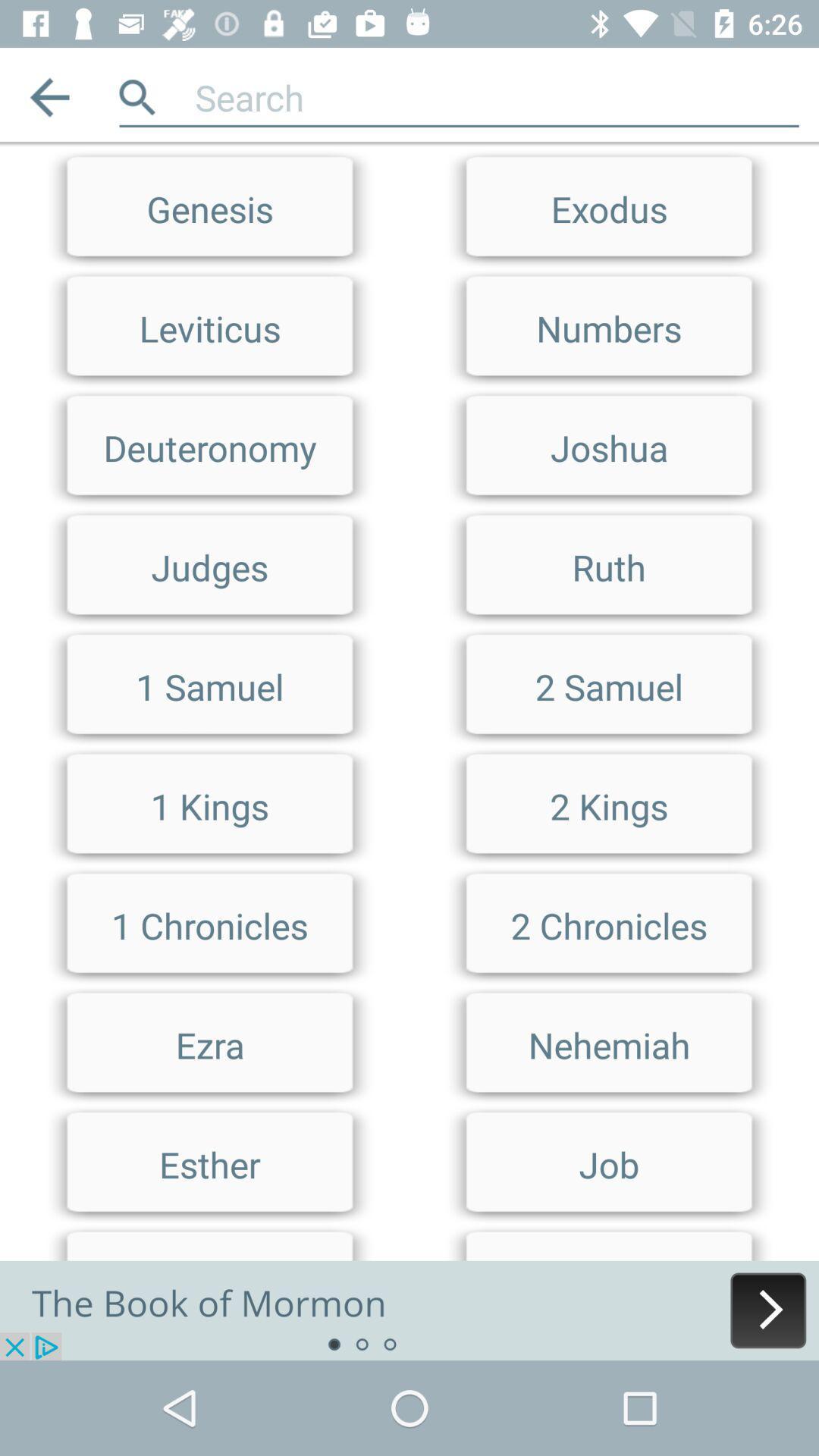  Describe the element at coordinates (497, 96) in the screenshot. I see `search bar` at that location.